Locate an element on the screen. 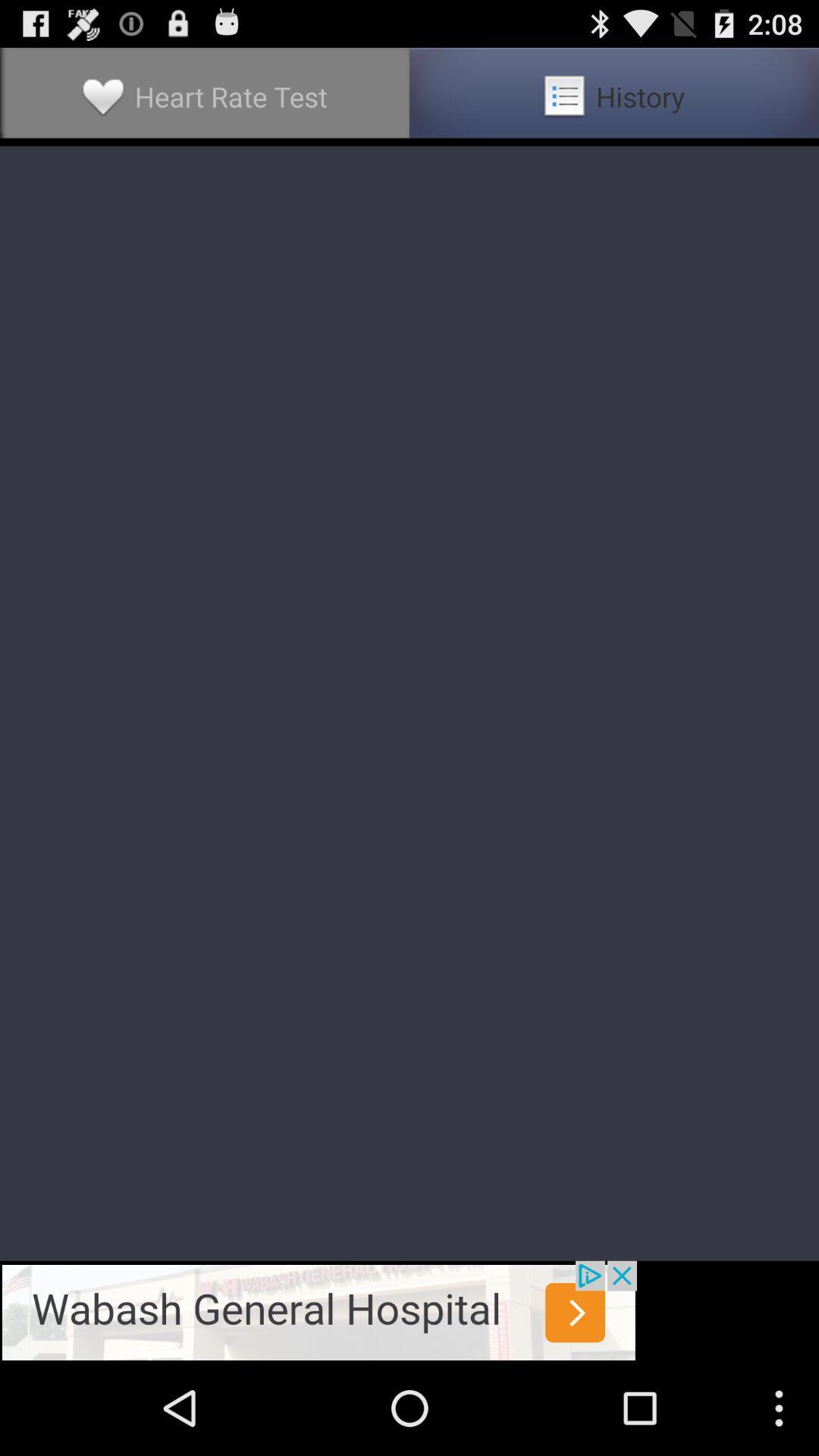 The height and width of the screenshot is (1456, 819). advertisement is located at coordinates (318, 1310).